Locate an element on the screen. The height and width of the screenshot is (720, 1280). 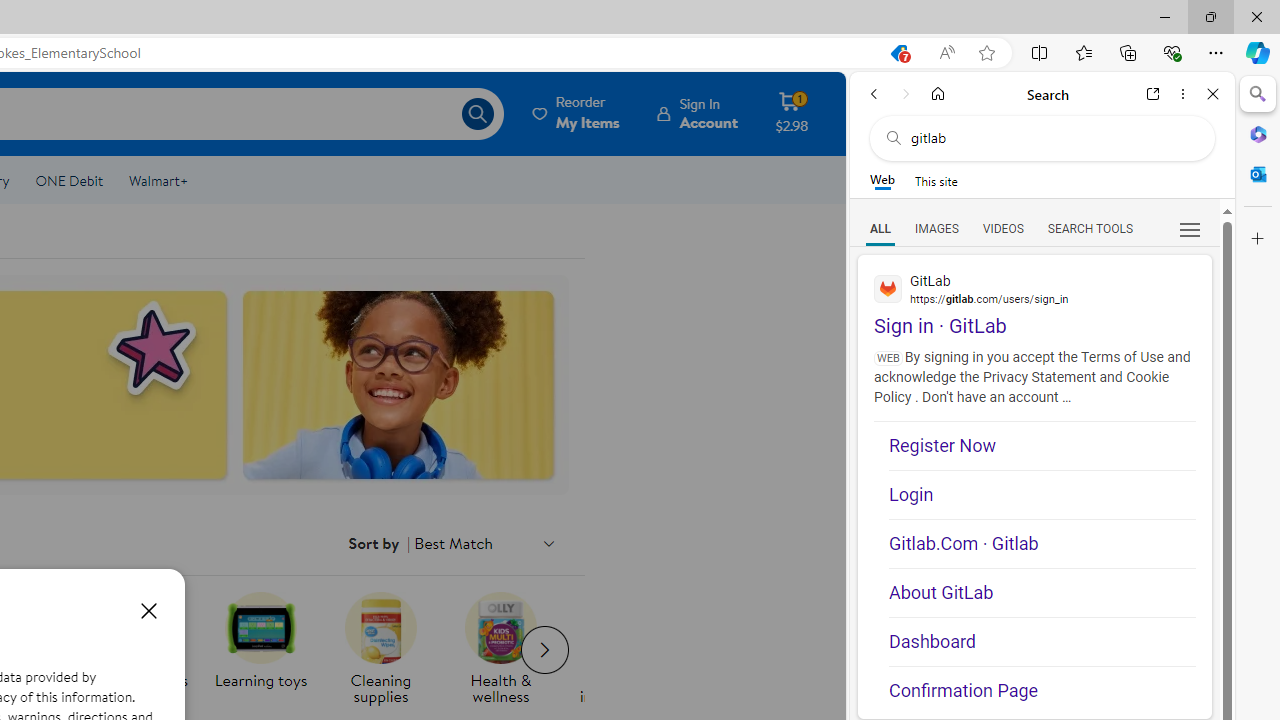
'Confirmation Page' is located at coordinates (1041, 683).